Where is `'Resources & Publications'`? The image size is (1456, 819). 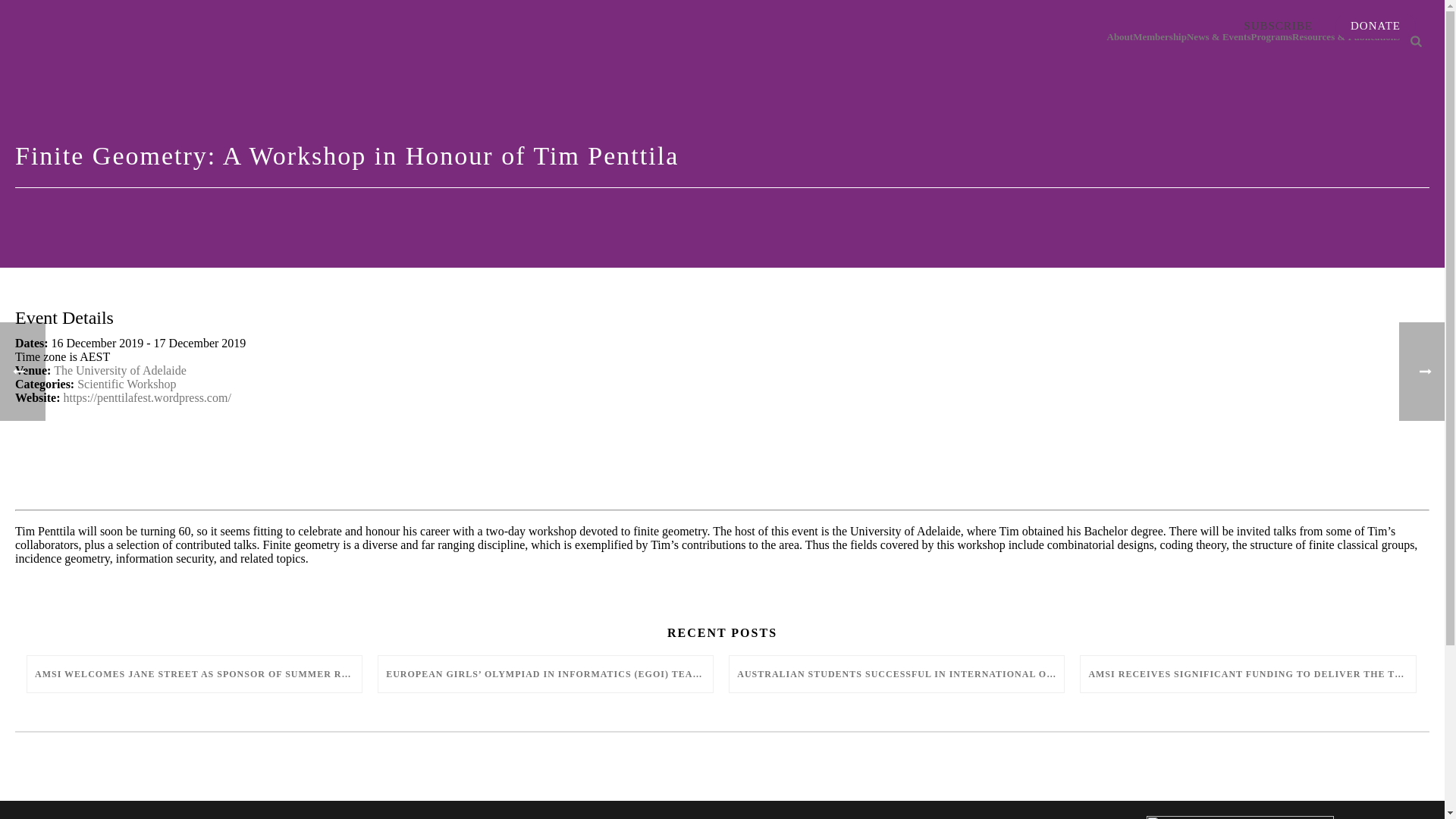 'Resources & Publications' is located at coordinates (1346, 37).